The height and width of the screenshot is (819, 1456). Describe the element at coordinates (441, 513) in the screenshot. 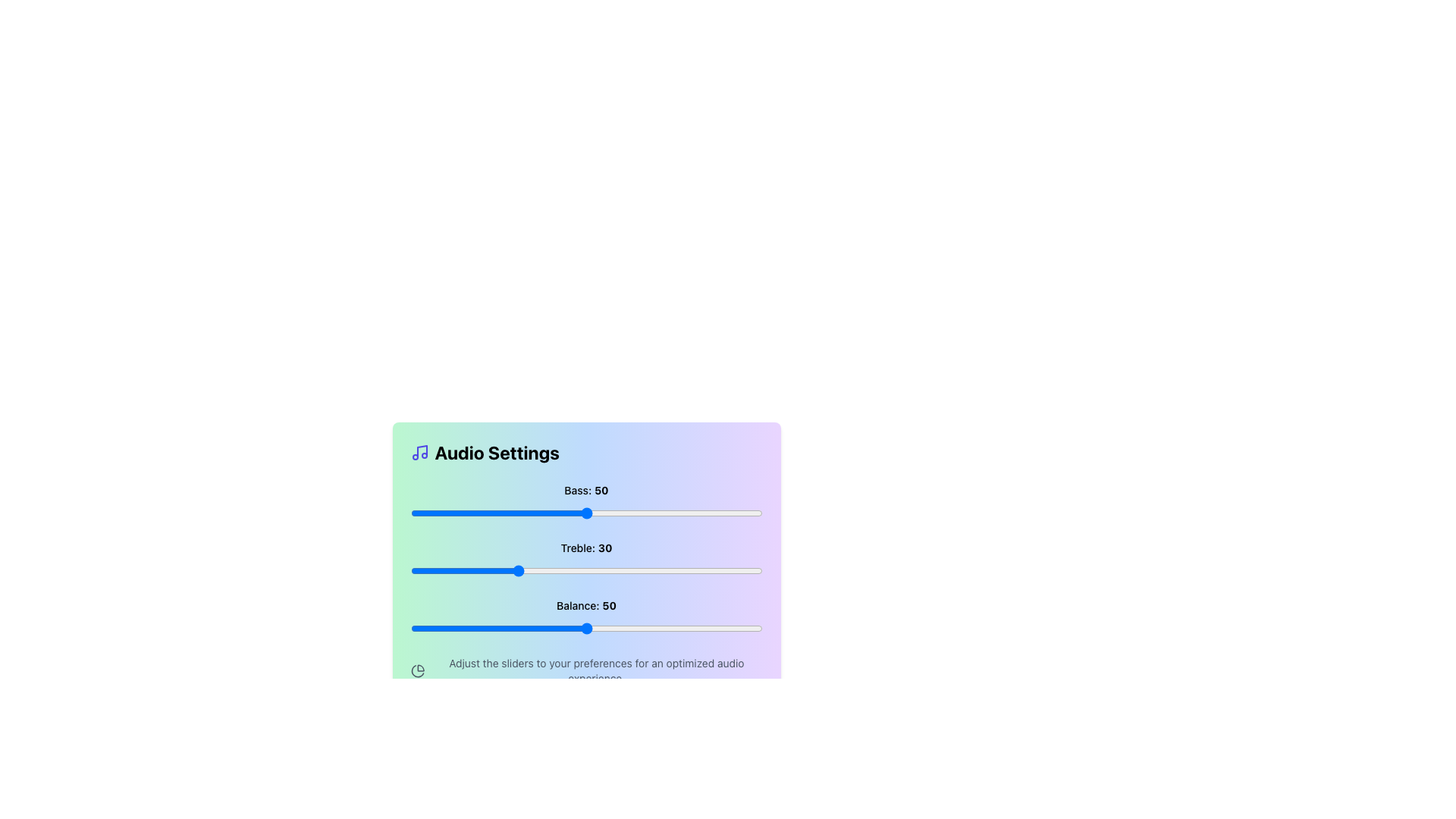

I see `the bass level` at that location.